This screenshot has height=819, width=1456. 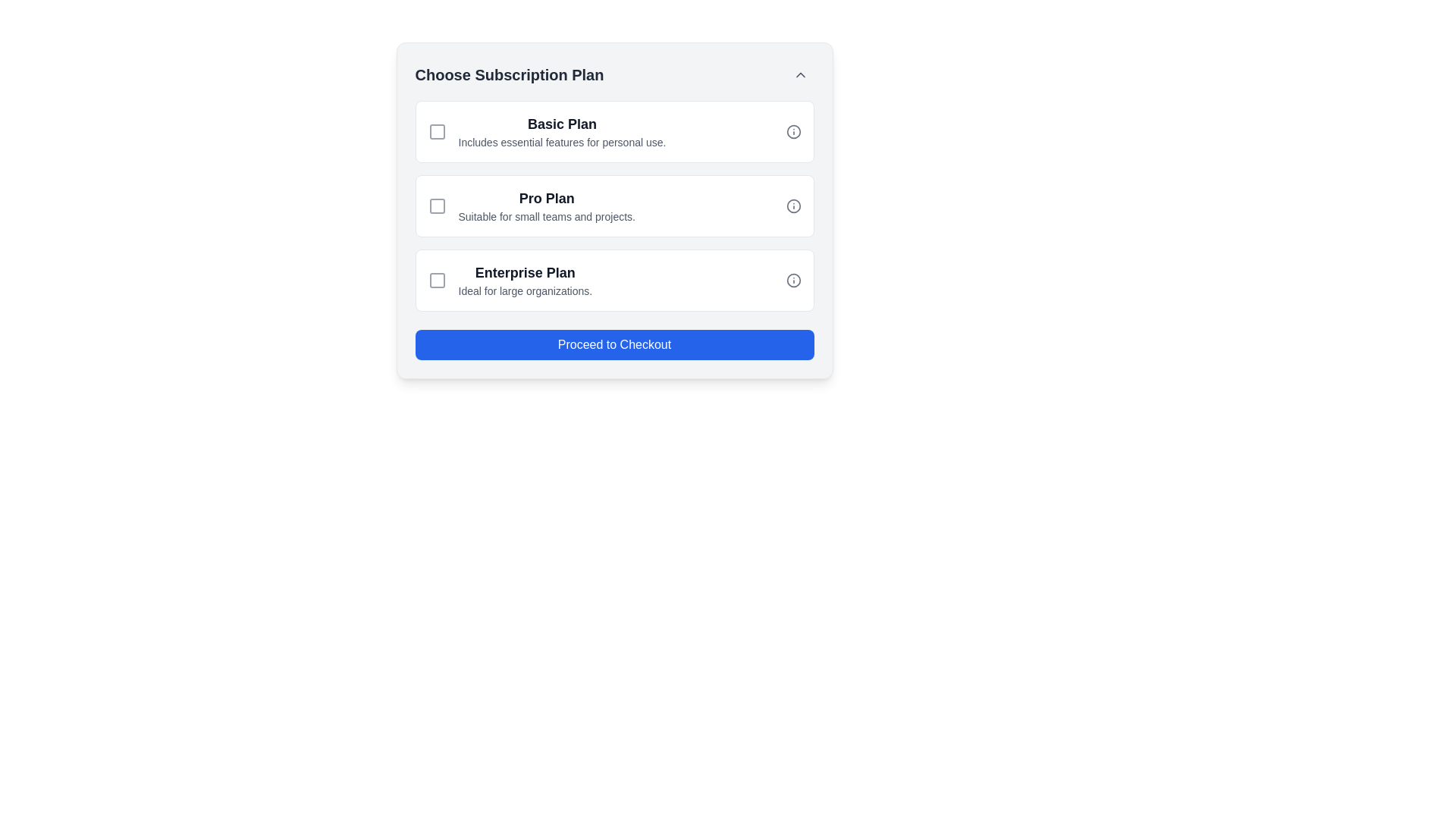 What do you see at coordinates (436, 130) in the screenshot?
I see `the 'Basic Plan' checkbox by` at bounding box center [436, 130].